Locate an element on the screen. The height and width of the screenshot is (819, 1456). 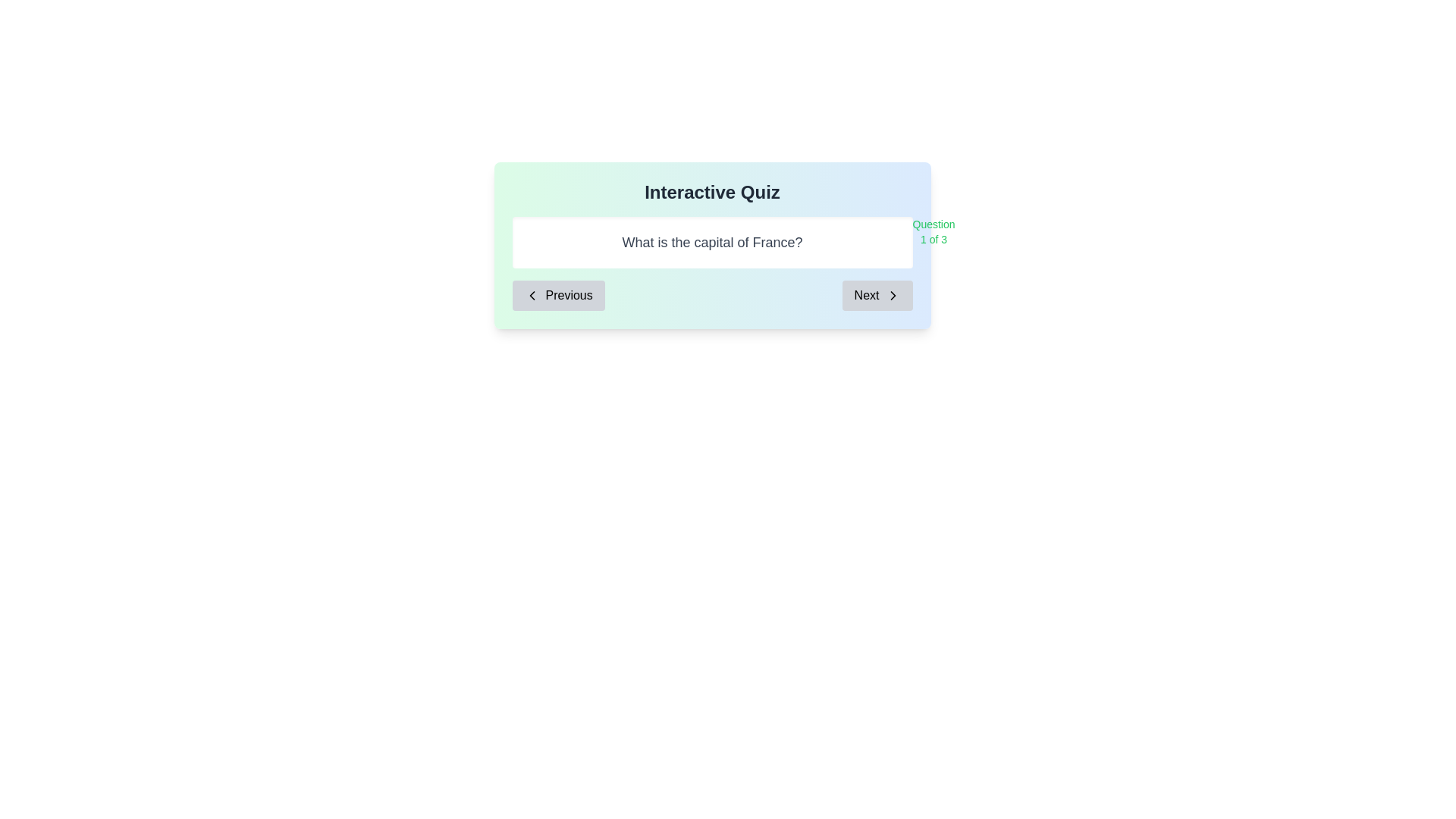
the button labeled 'Next' is located at coordinates (893, 295).